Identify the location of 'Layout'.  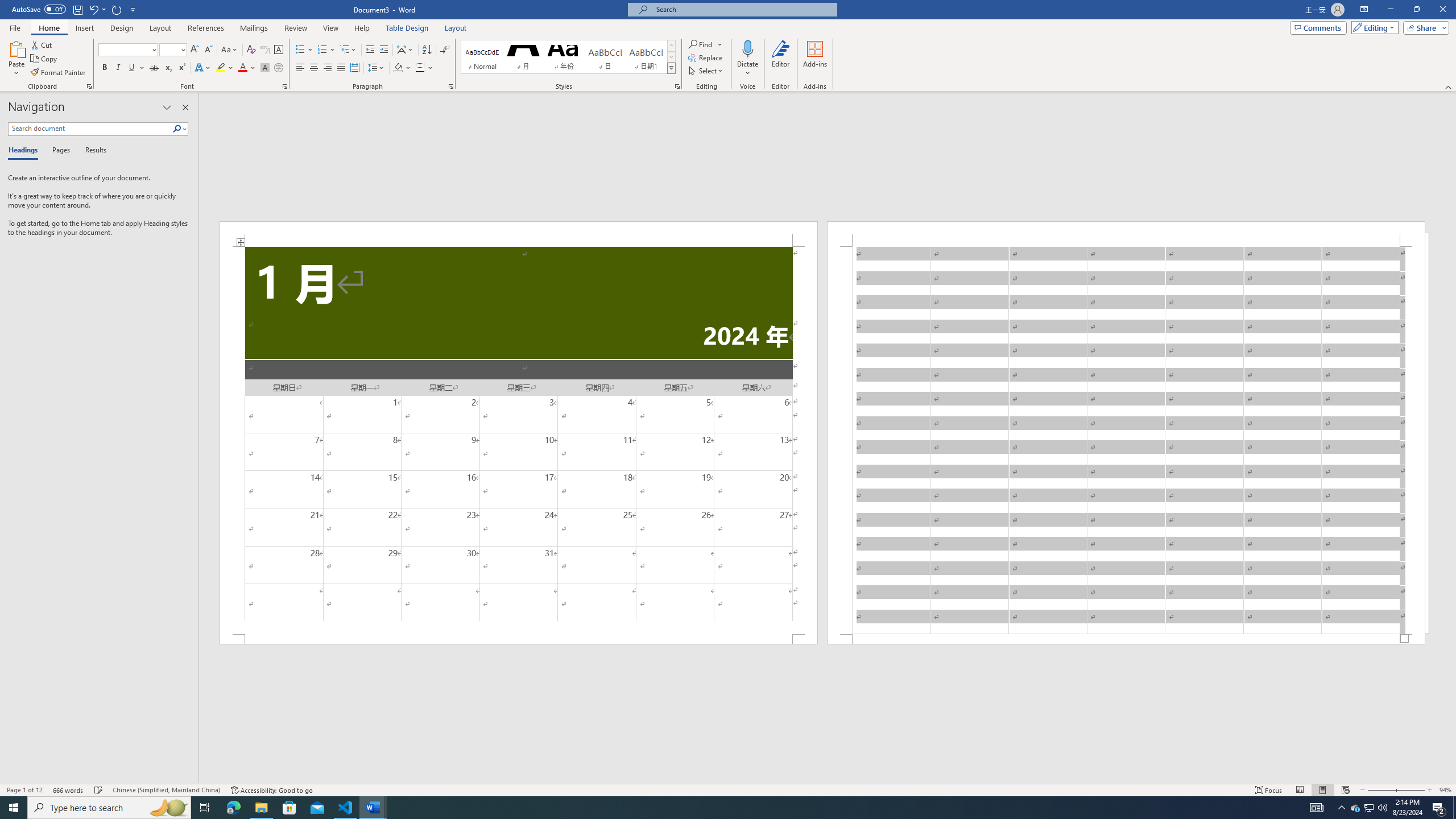
(455, 28).